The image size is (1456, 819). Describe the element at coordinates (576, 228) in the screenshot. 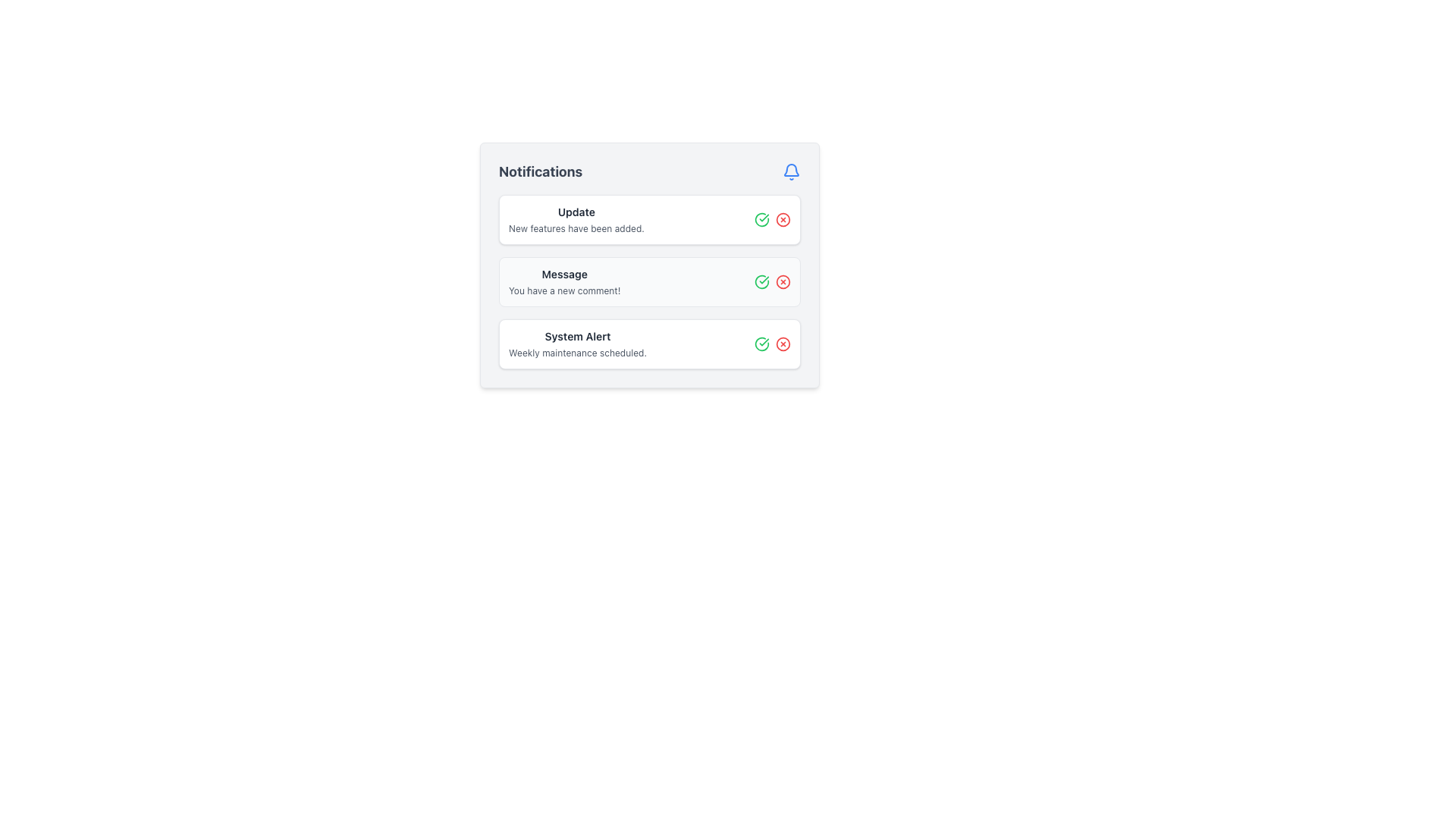

I see `the text label displaying 'New features have been added.' which is positioned below the 'Update' header in the notification entry` at that location.